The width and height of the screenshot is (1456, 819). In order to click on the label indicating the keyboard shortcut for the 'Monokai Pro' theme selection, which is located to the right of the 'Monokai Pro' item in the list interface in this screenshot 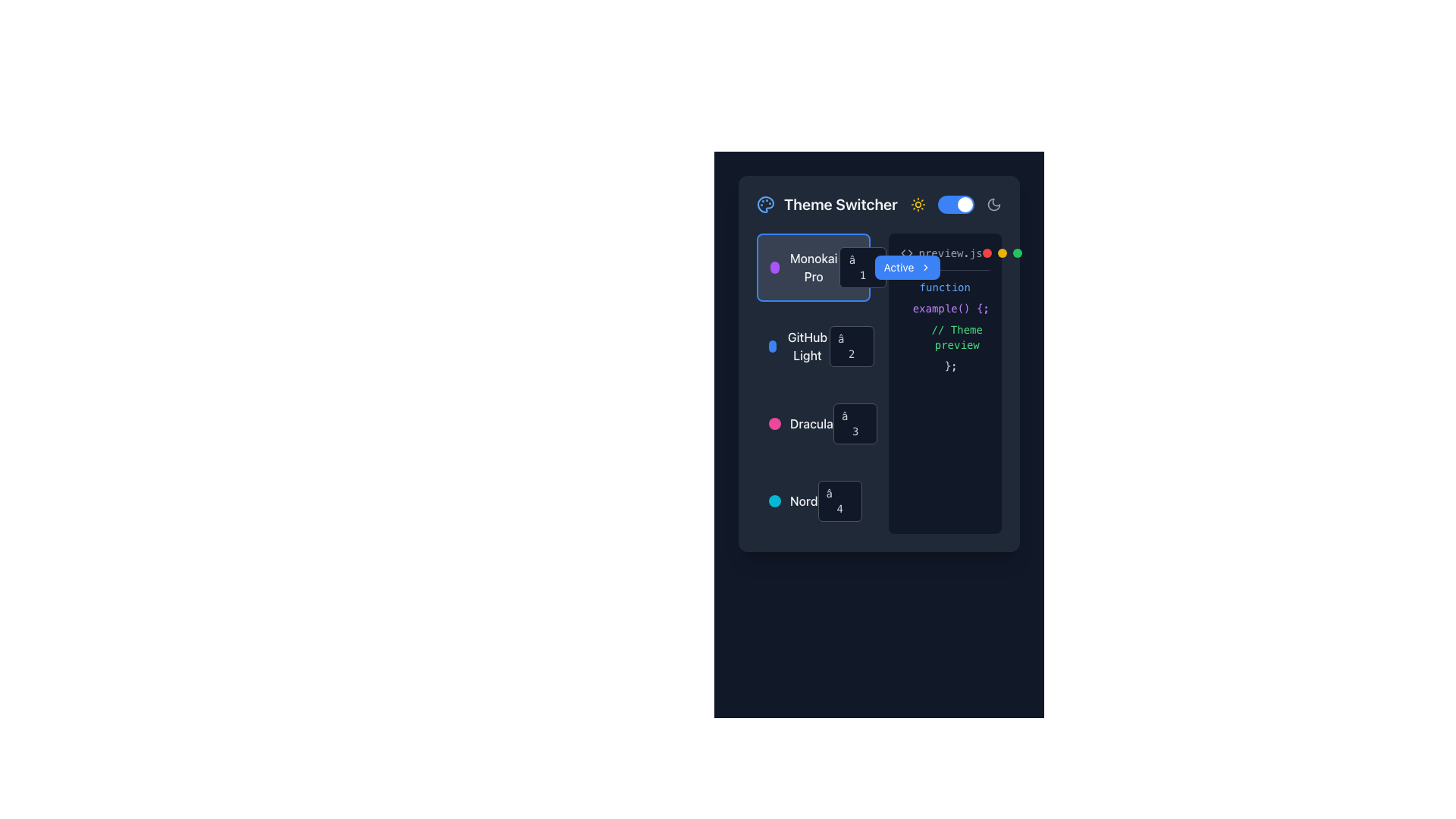, I will do `click(872, 267)`.